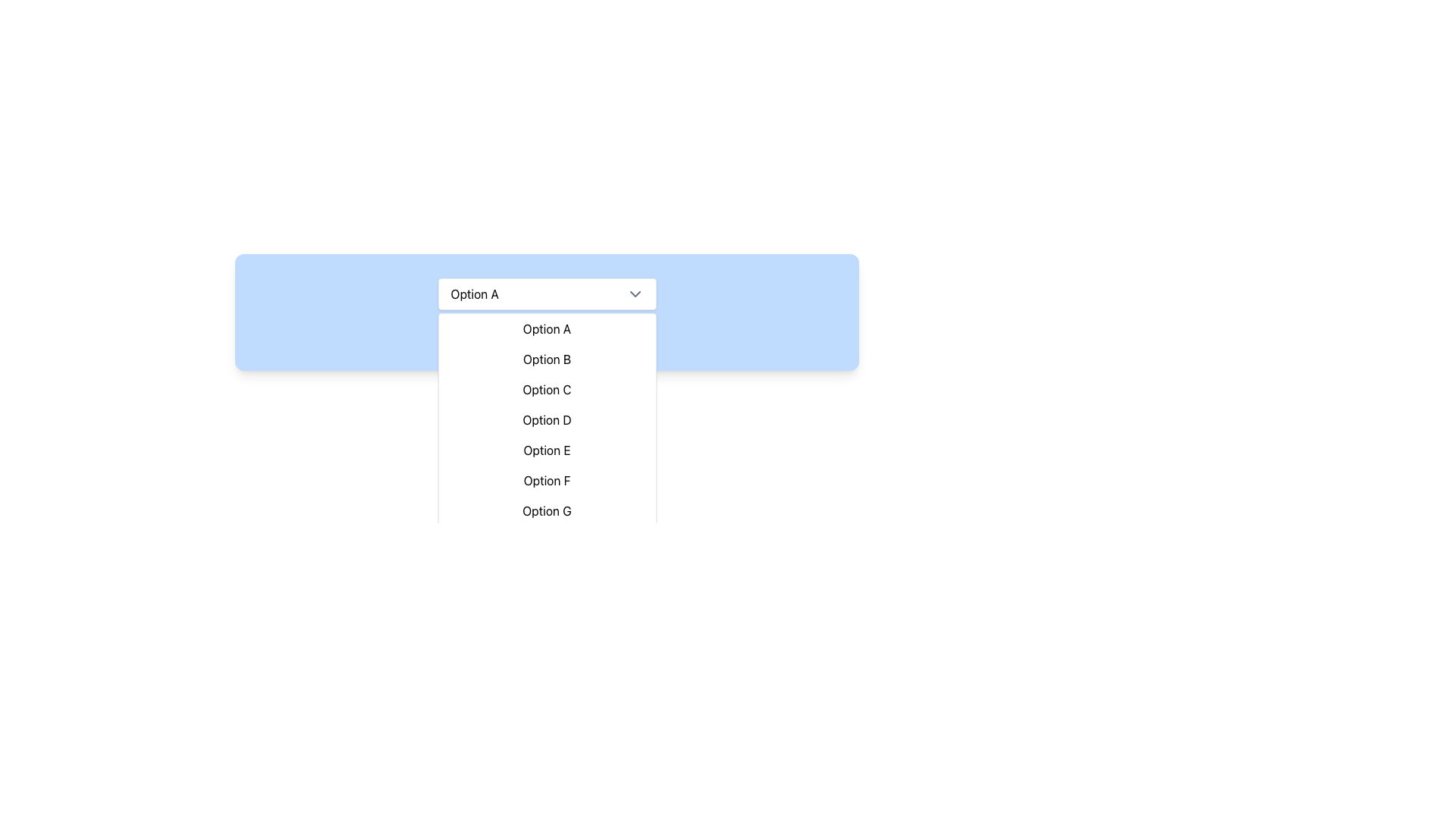 This screenshot has height=819, width=1456. What do you see at coordinates (546, 480) in the screenshot?
I see `the dropdown menu item labeled 'Option F'` at bounding box center [546, 480].